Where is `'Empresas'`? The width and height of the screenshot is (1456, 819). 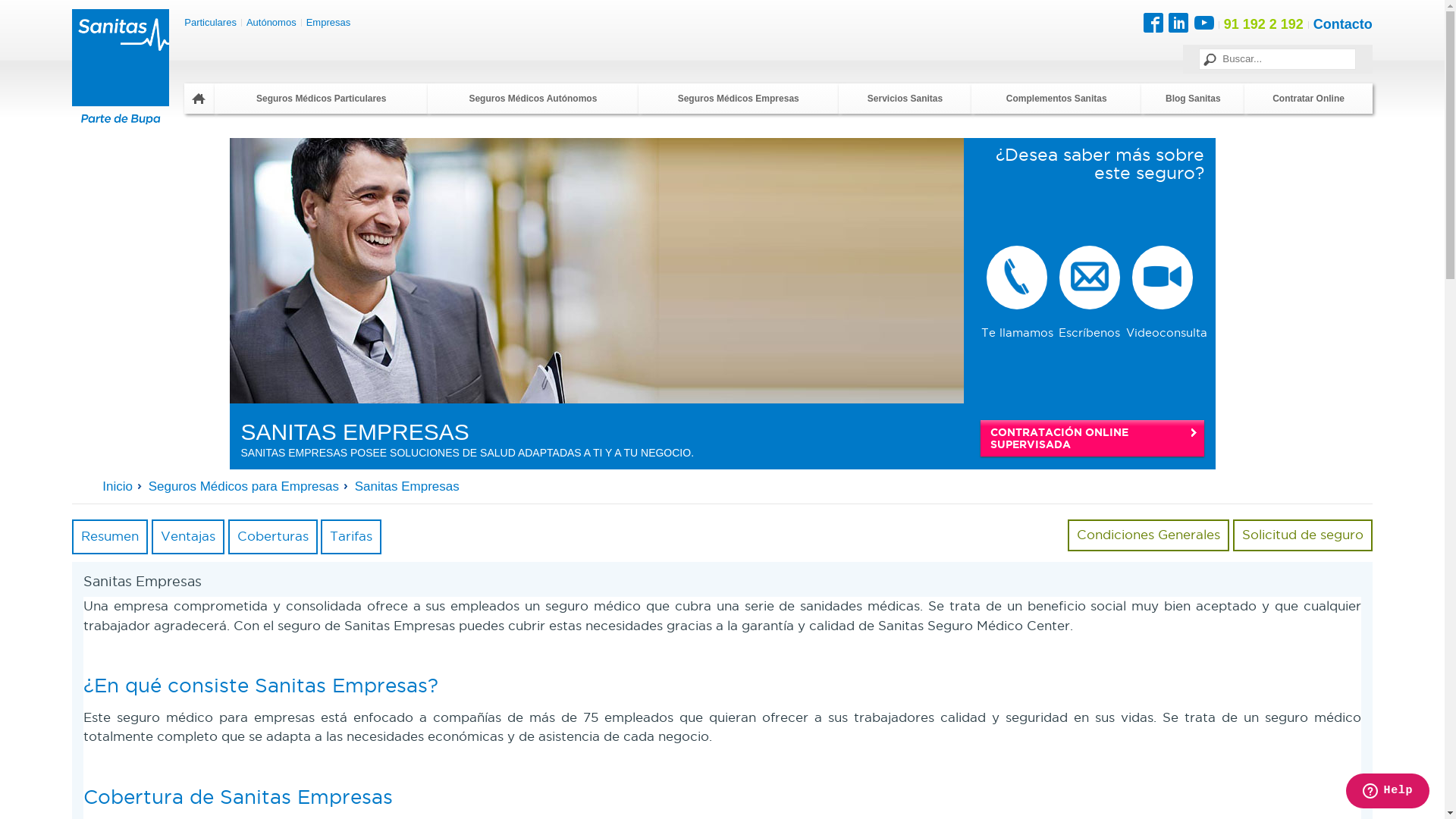 'Empresas' is located at coordinates (328, 22).